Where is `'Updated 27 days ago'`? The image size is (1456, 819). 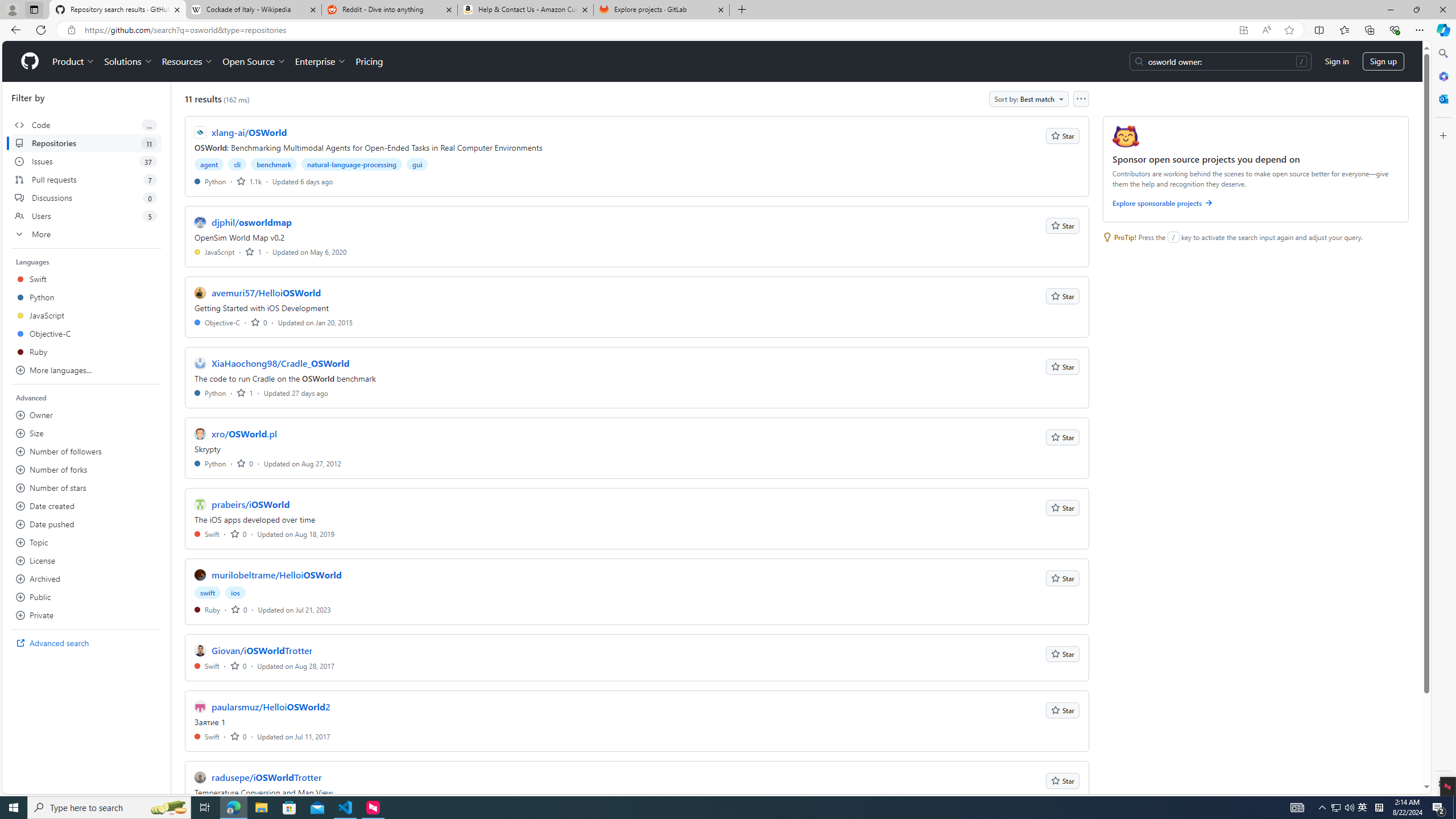 'Updated 27 days ago' is located at coordinates (295, 392).